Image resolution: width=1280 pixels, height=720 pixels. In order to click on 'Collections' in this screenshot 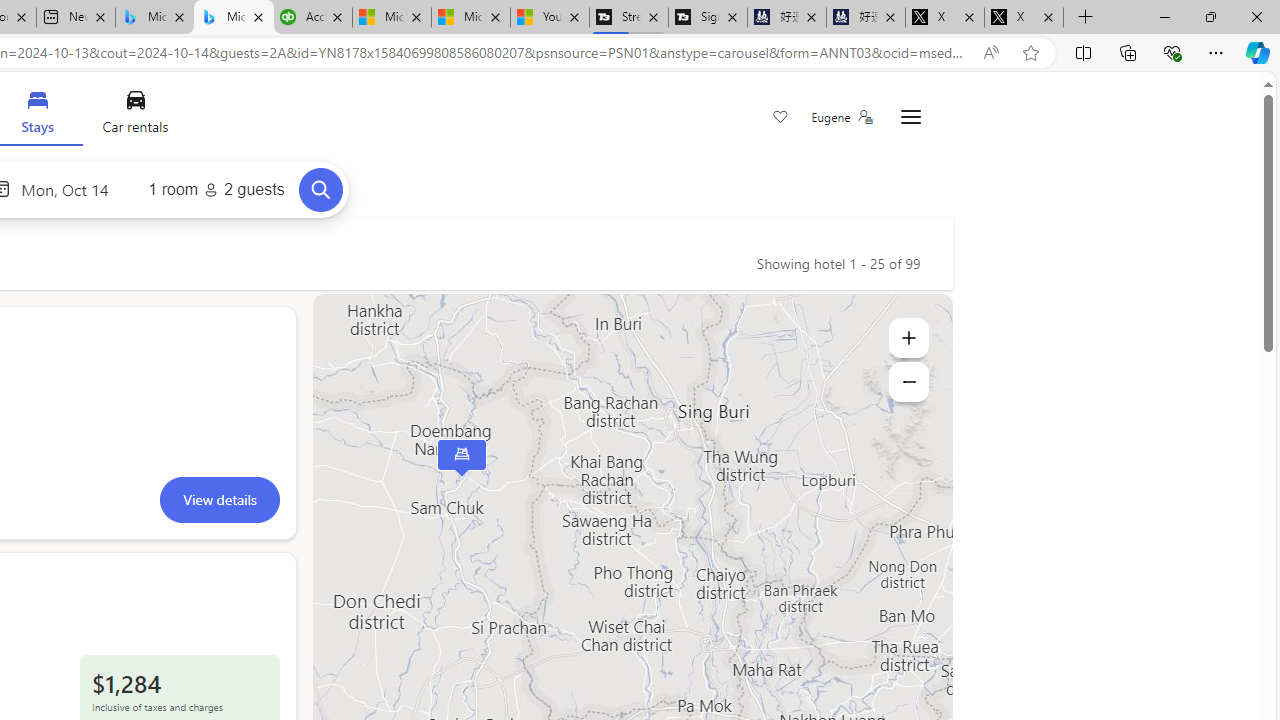, I will do `click(1128, 51)`.